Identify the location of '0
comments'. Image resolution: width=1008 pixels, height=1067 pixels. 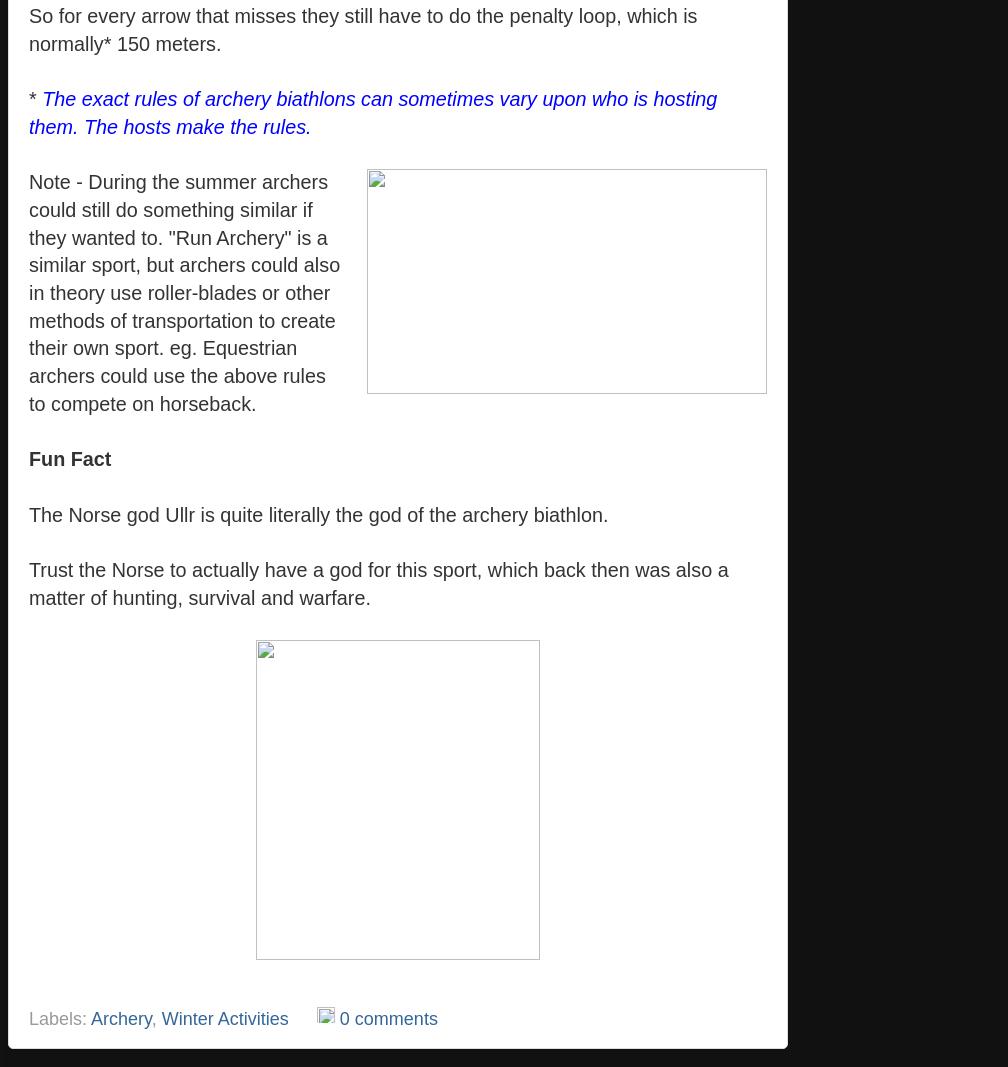
(387, 1018).